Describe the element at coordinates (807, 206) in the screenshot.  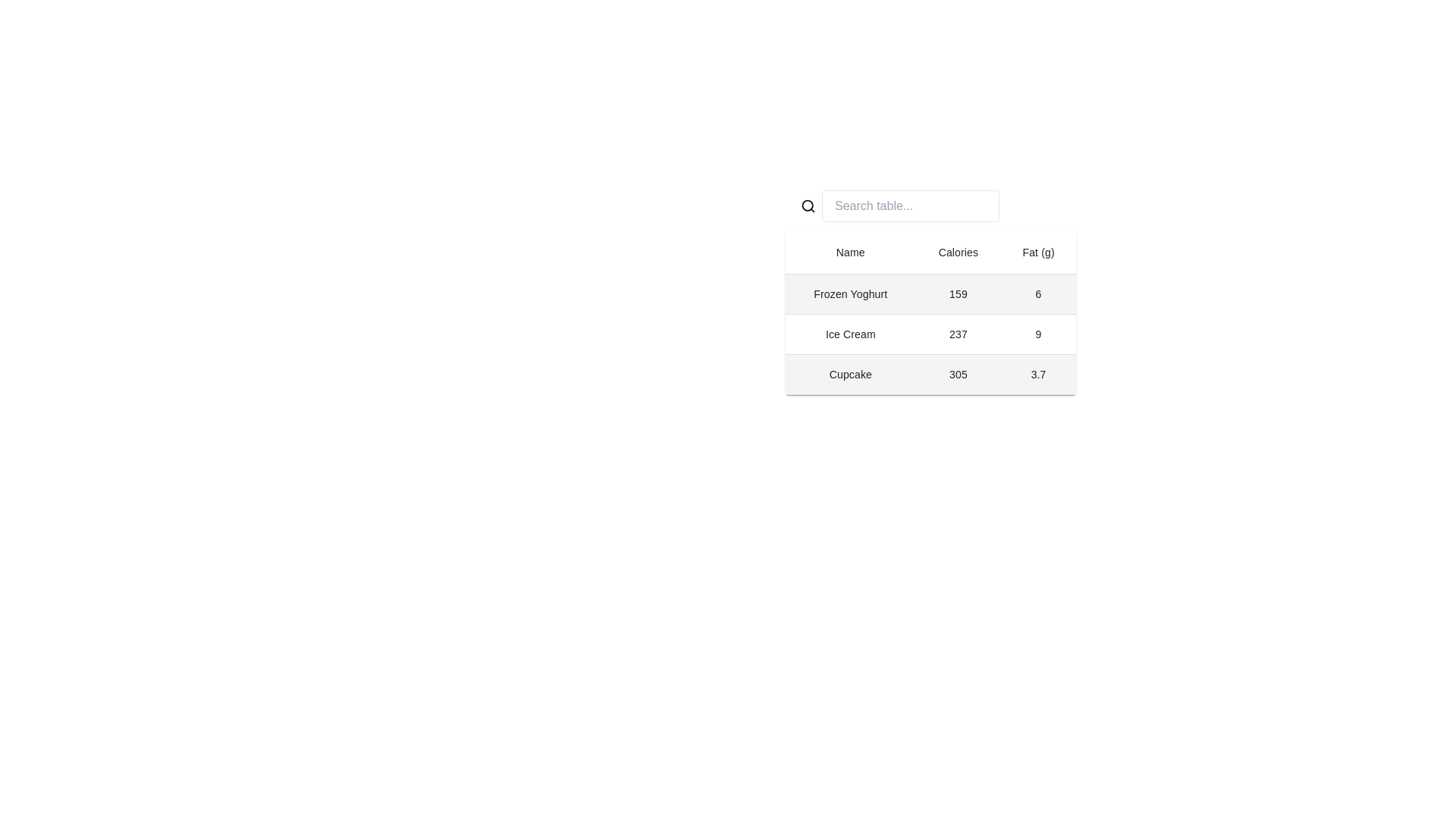
I see `the circular part of the magnifying glass icon located to the left of the search bar labeled 'Search table...'` at that location.